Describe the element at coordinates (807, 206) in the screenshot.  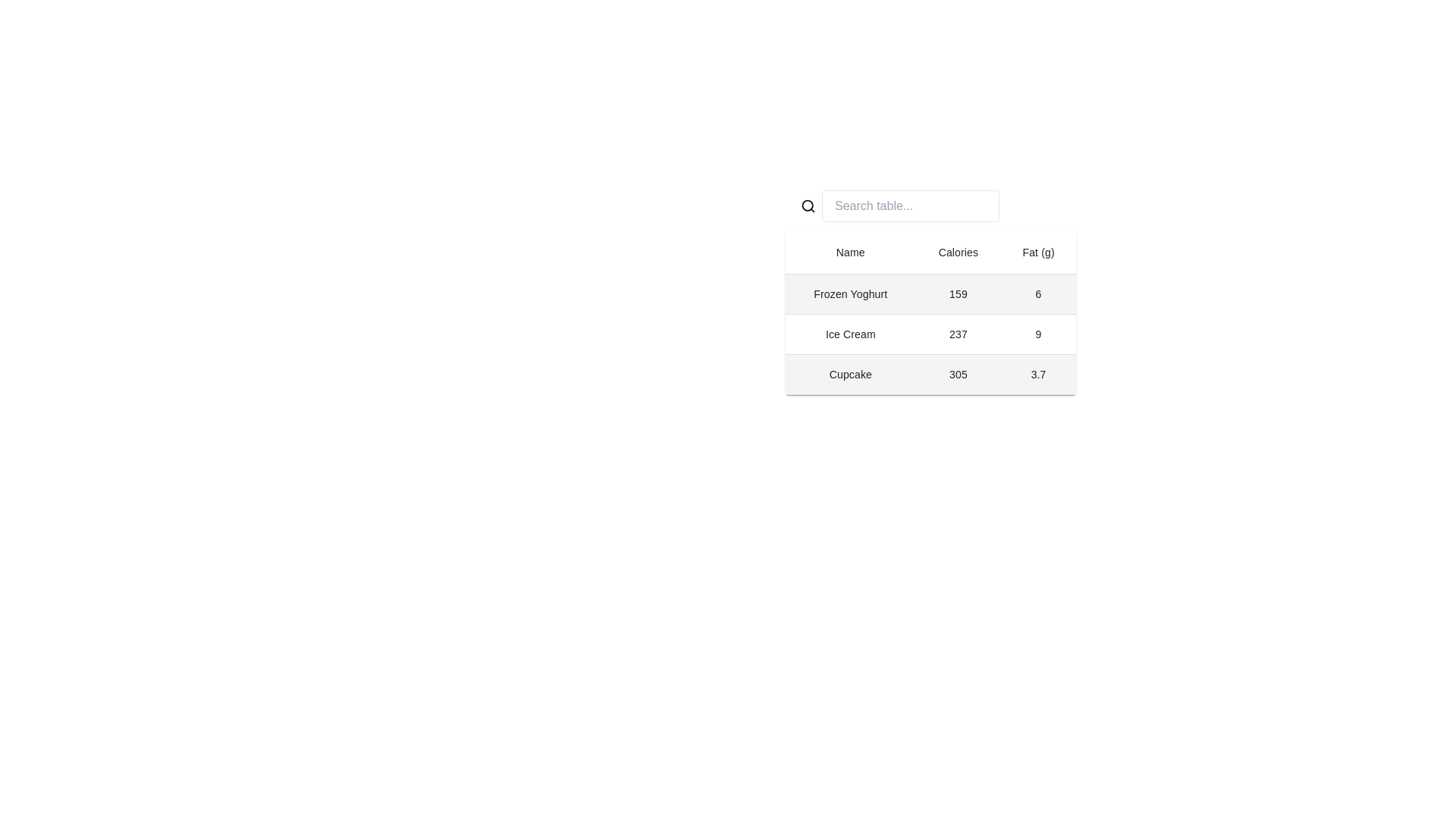
I see `the circular part of the magnifying glass icon located to the left of the search bar labeled 'Search table...'` at that location.